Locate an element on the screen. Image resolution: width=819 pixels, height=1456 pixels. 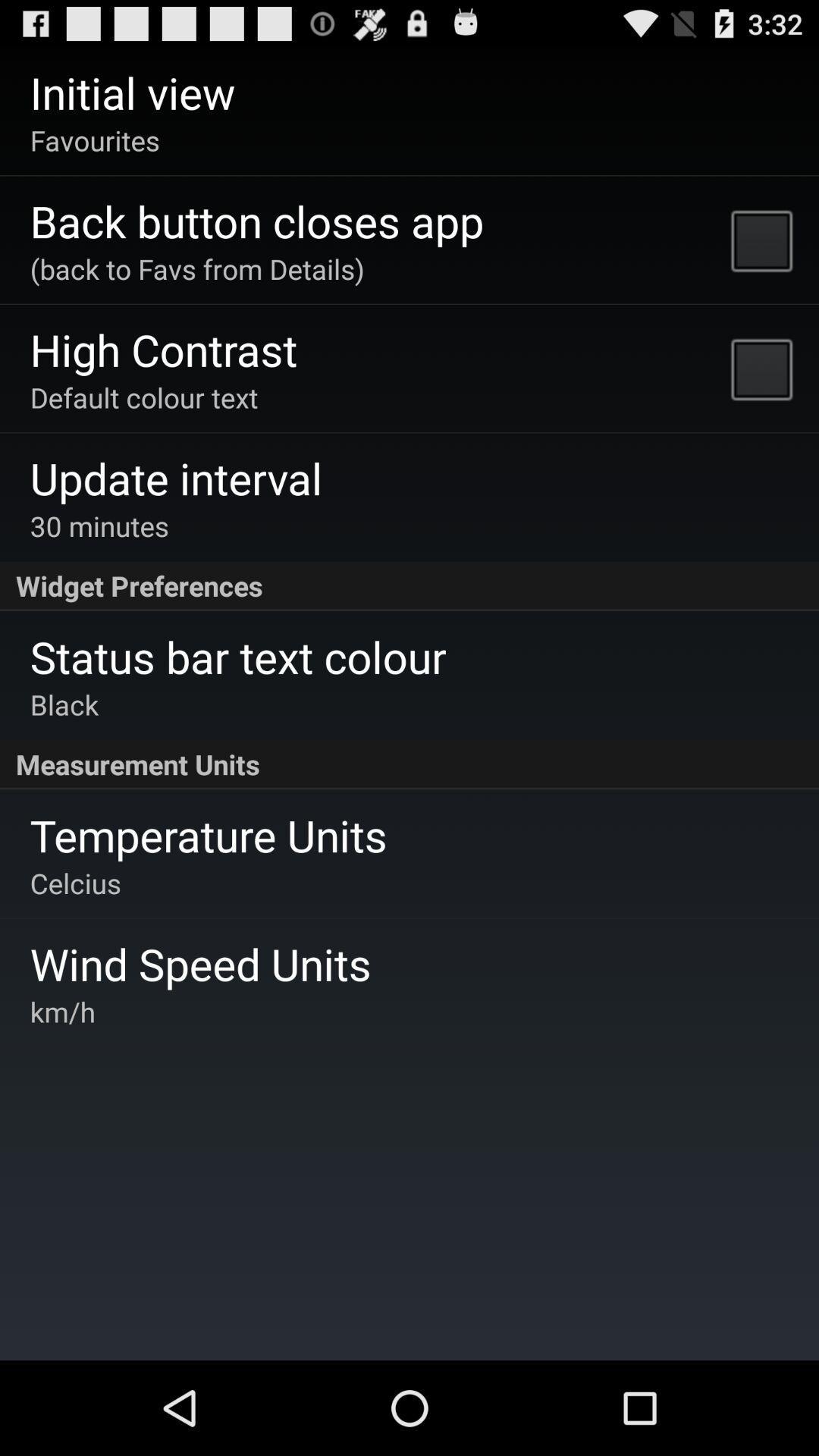
the km/h is located at coordinates (61, 1012).